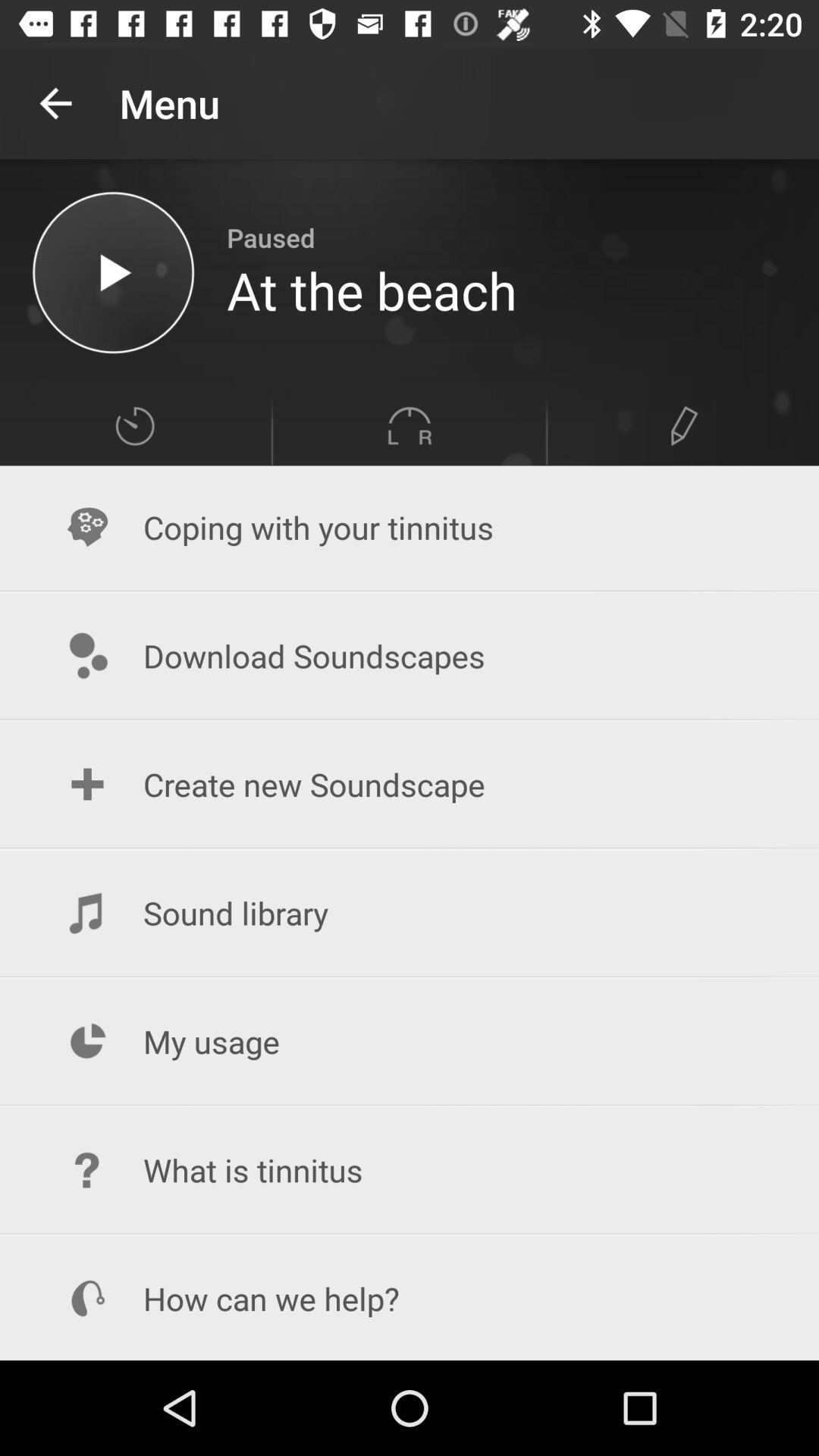 The width and height of the screenshot is (819, 1456). Describe the element at coordinates (133, 425) in the screenshot. I see `item above coping with your icon` at that location.